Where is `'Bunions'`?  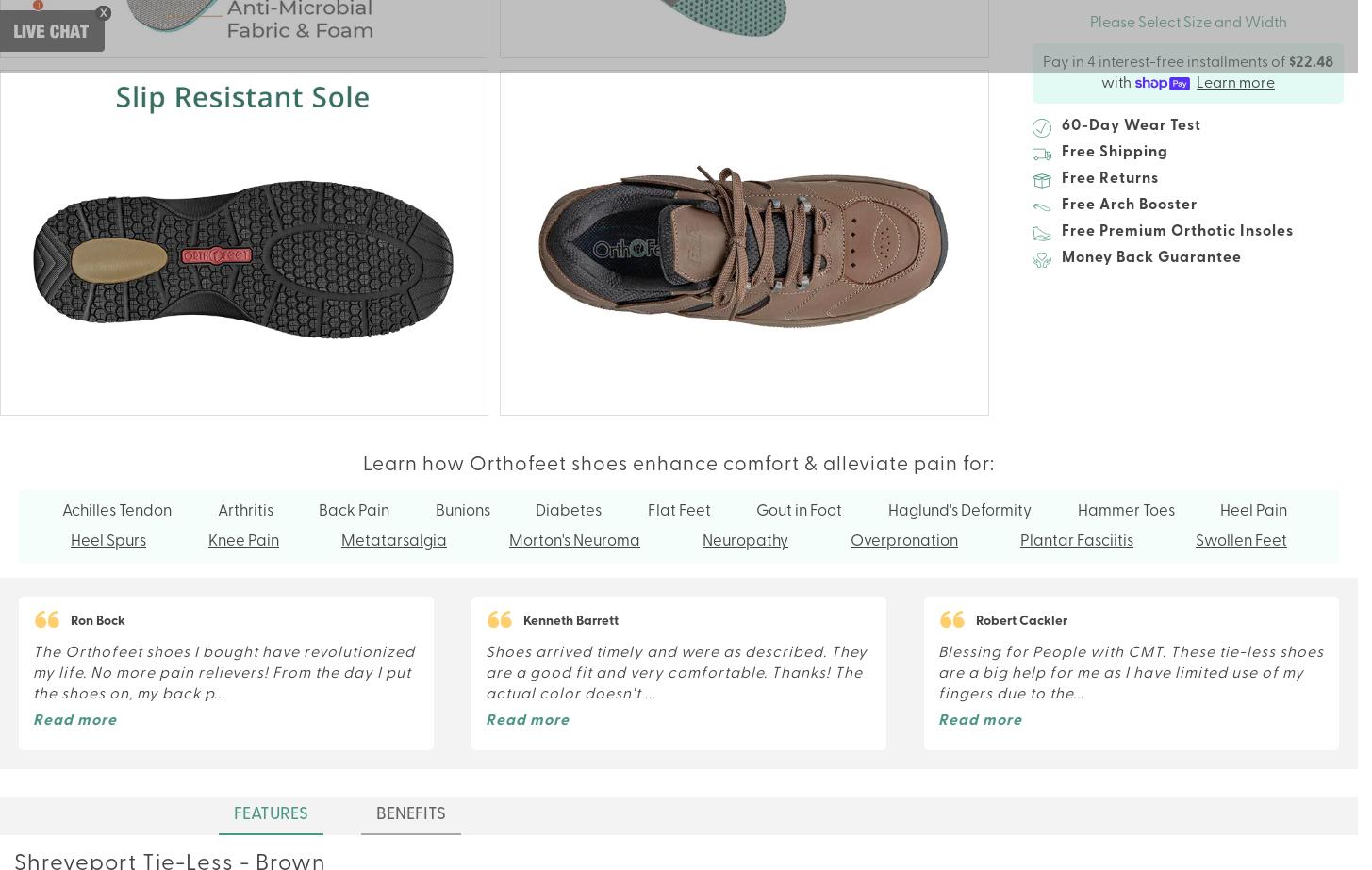 'Bunions' is located at coordinates (462, 510).